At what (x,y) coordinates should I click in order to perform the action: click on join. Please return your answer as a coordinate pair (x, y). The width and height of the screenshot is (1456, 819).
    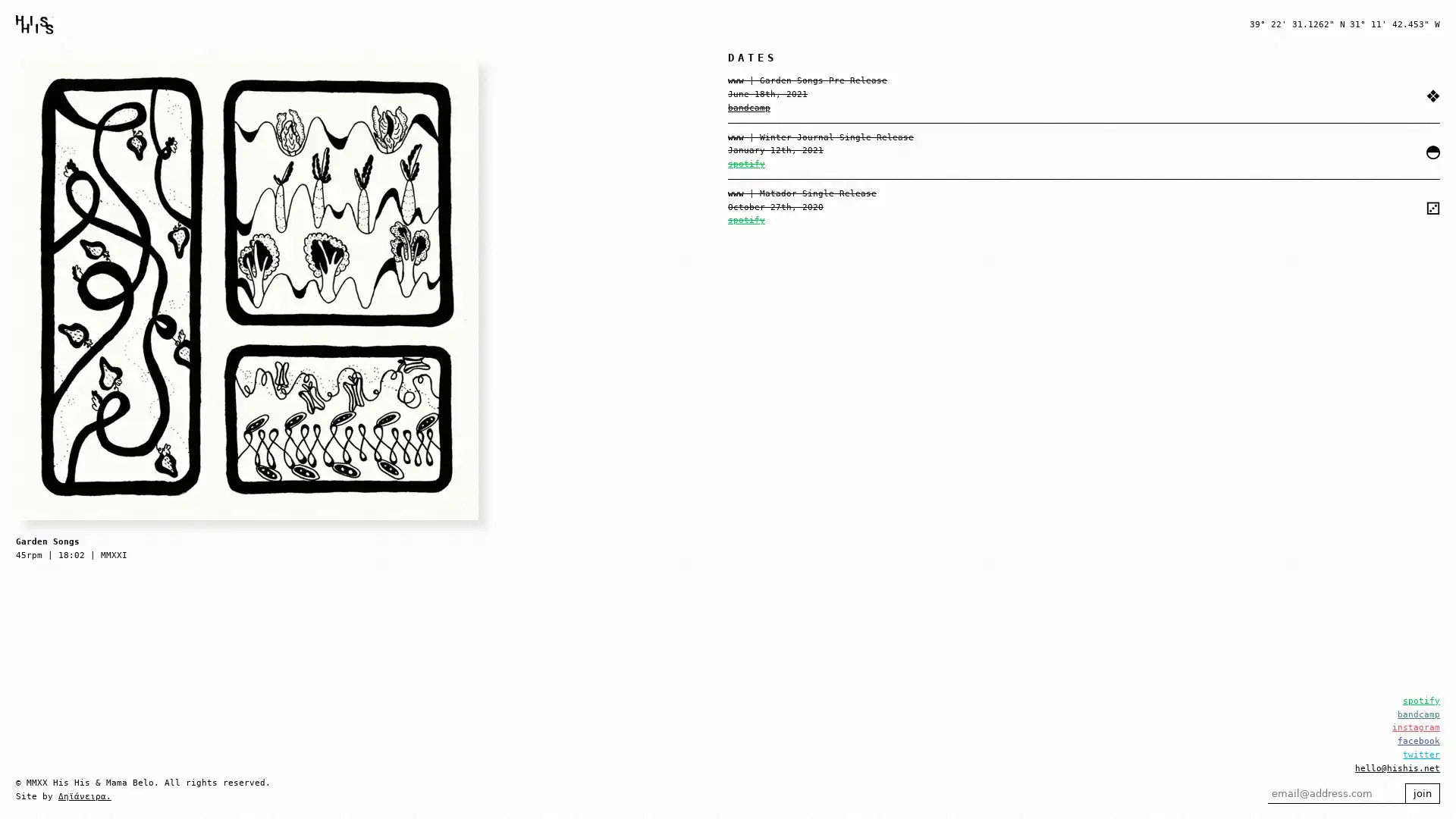
    Looking at the image, I should click on (1347, 747).